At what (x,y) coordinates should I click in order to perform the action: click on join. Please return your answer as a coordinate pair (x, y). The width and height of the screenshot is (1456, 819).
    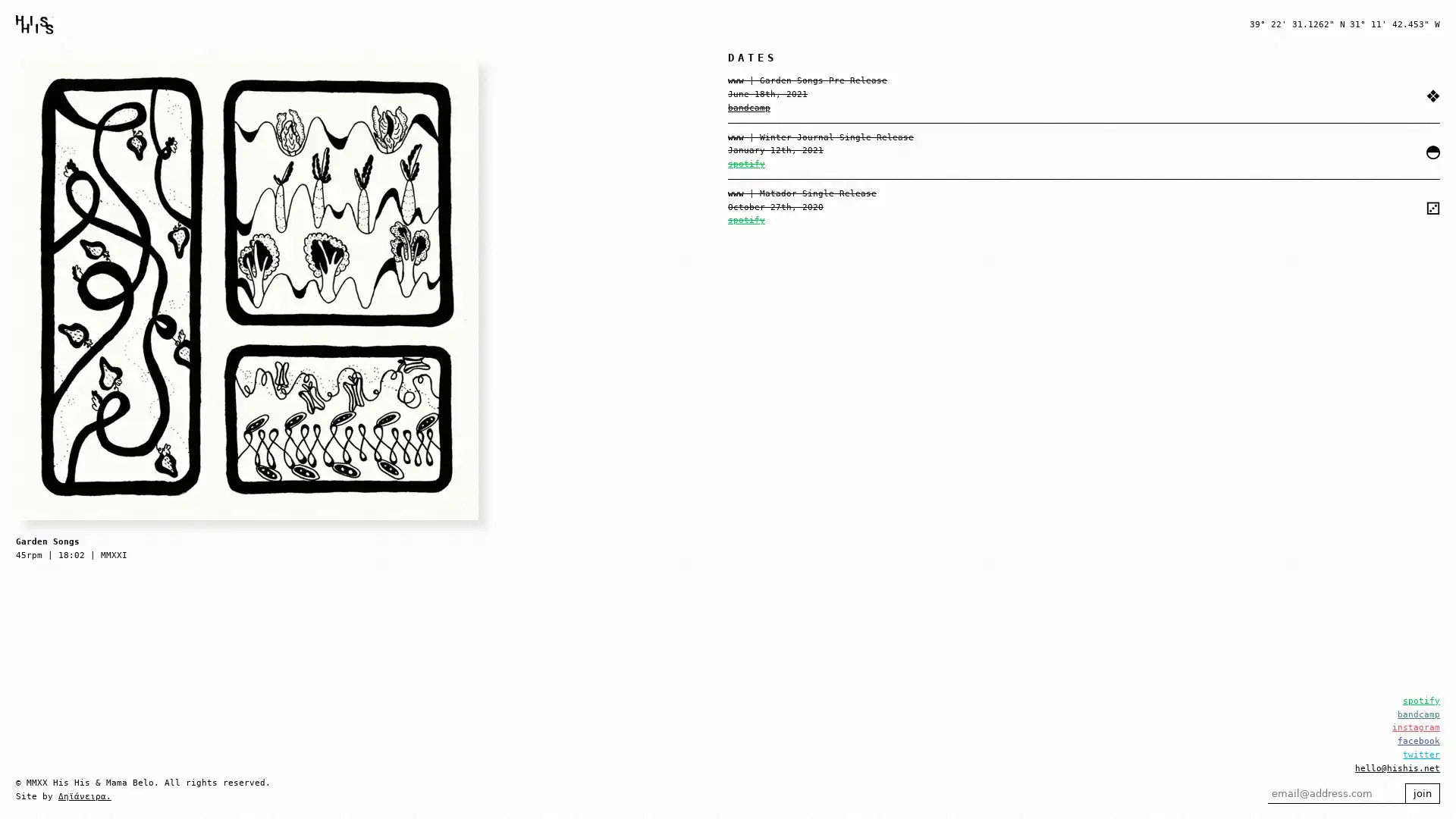
    Looking at the image, I should click on (1347, 747).